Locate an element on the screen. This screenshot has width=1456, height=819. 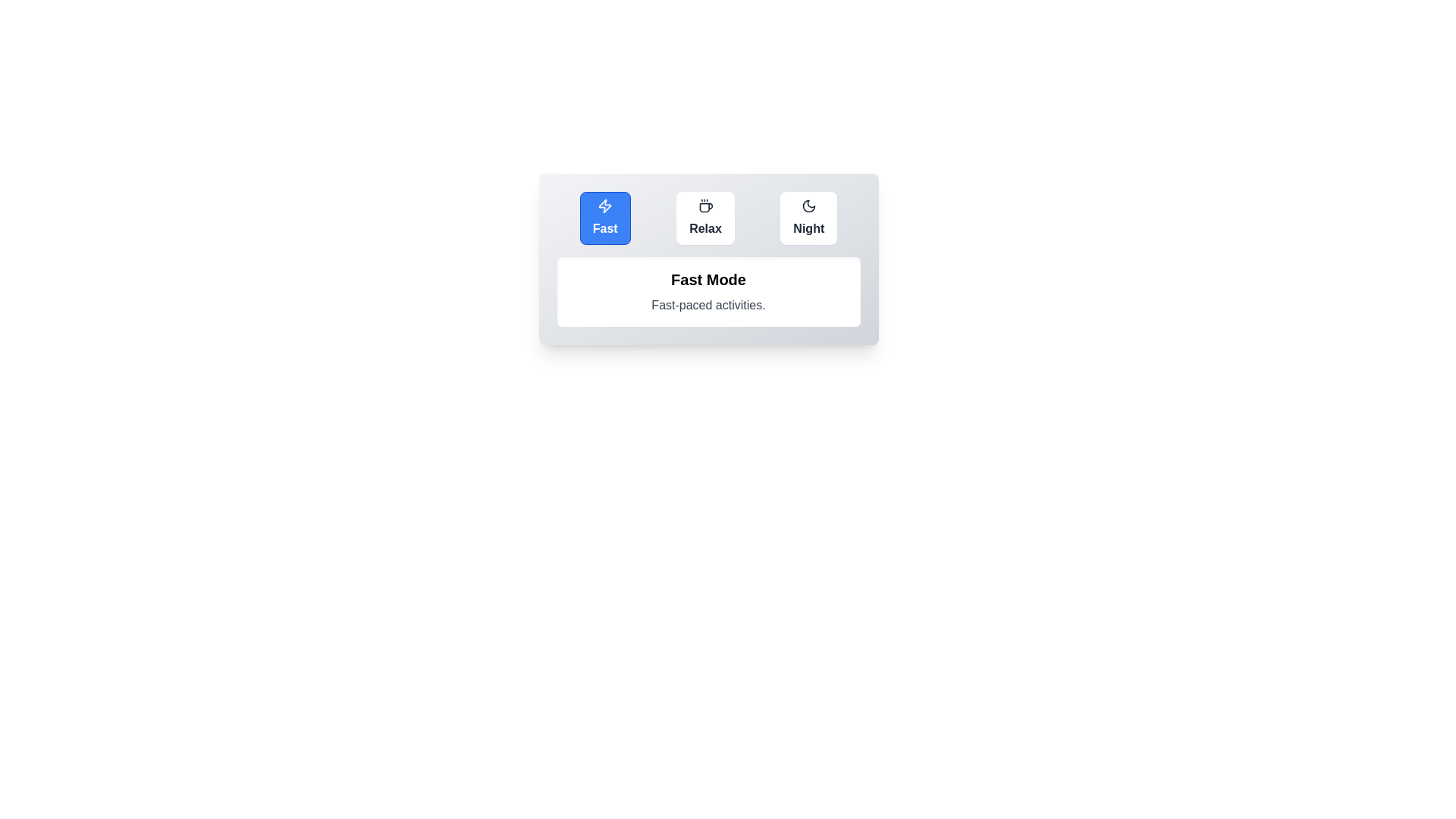
the small, black coffee cup icon located above the text 'Relax' is located at coordinates (704, 206).